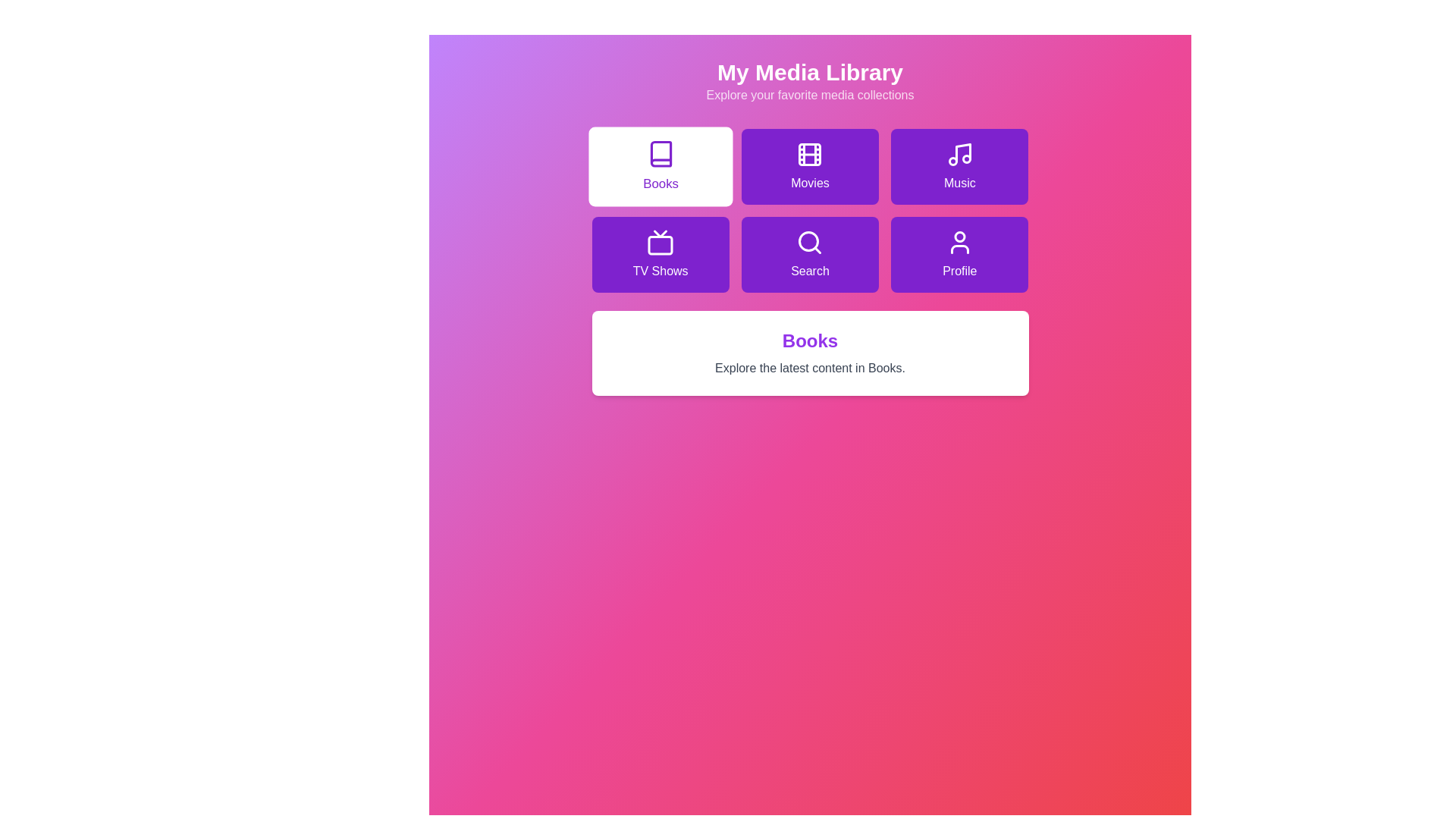  I want to click on the Profile icon located at the top of the 'Profile' button in the bottom-right of the grid of selectable options, so click(959, 242).